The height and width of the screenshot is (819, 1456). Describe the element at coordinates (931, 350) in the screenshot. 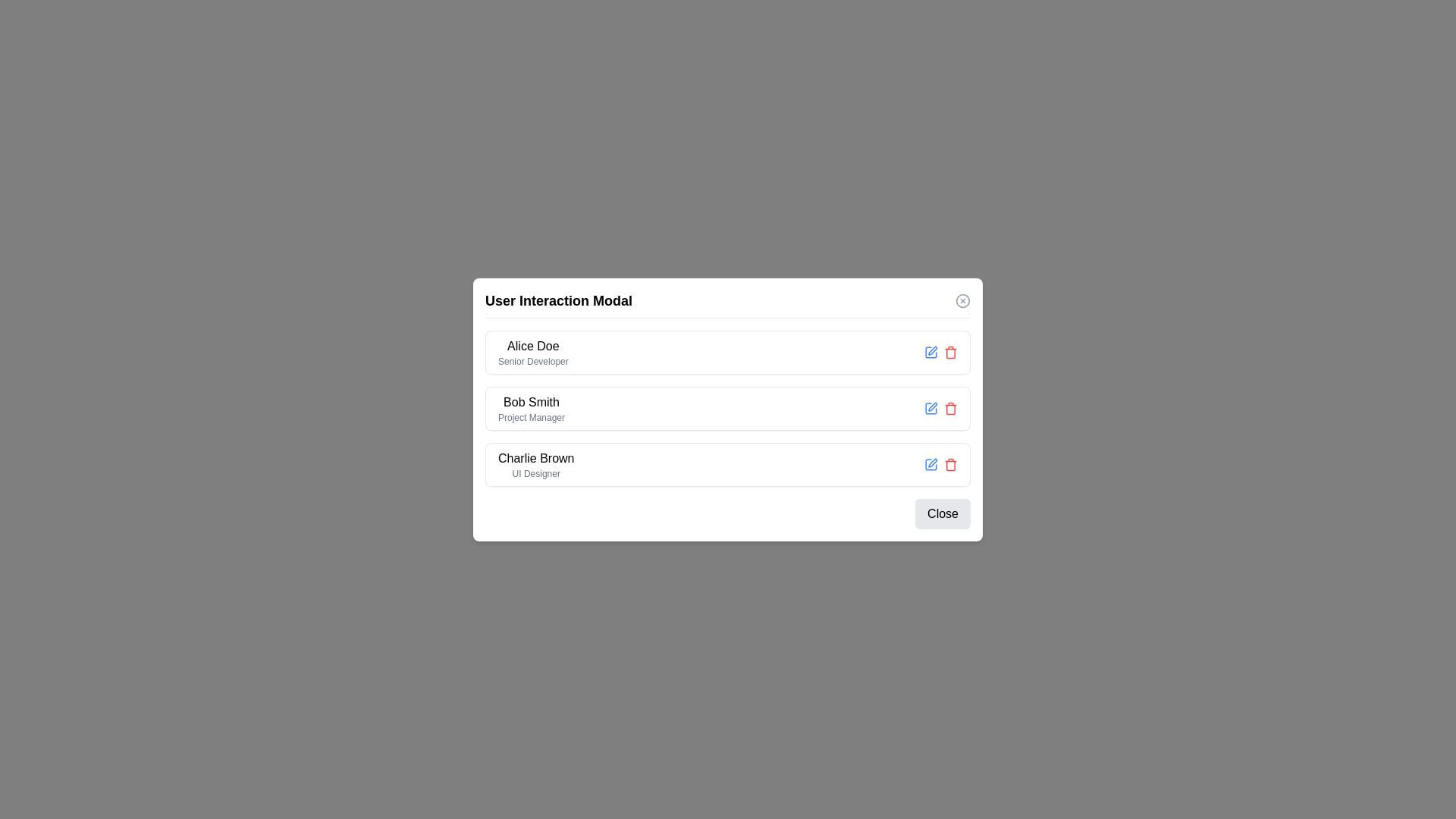

I see `the editing icon located to the left within the square icon group next to the 'Alice Doe' user information row` at that location.